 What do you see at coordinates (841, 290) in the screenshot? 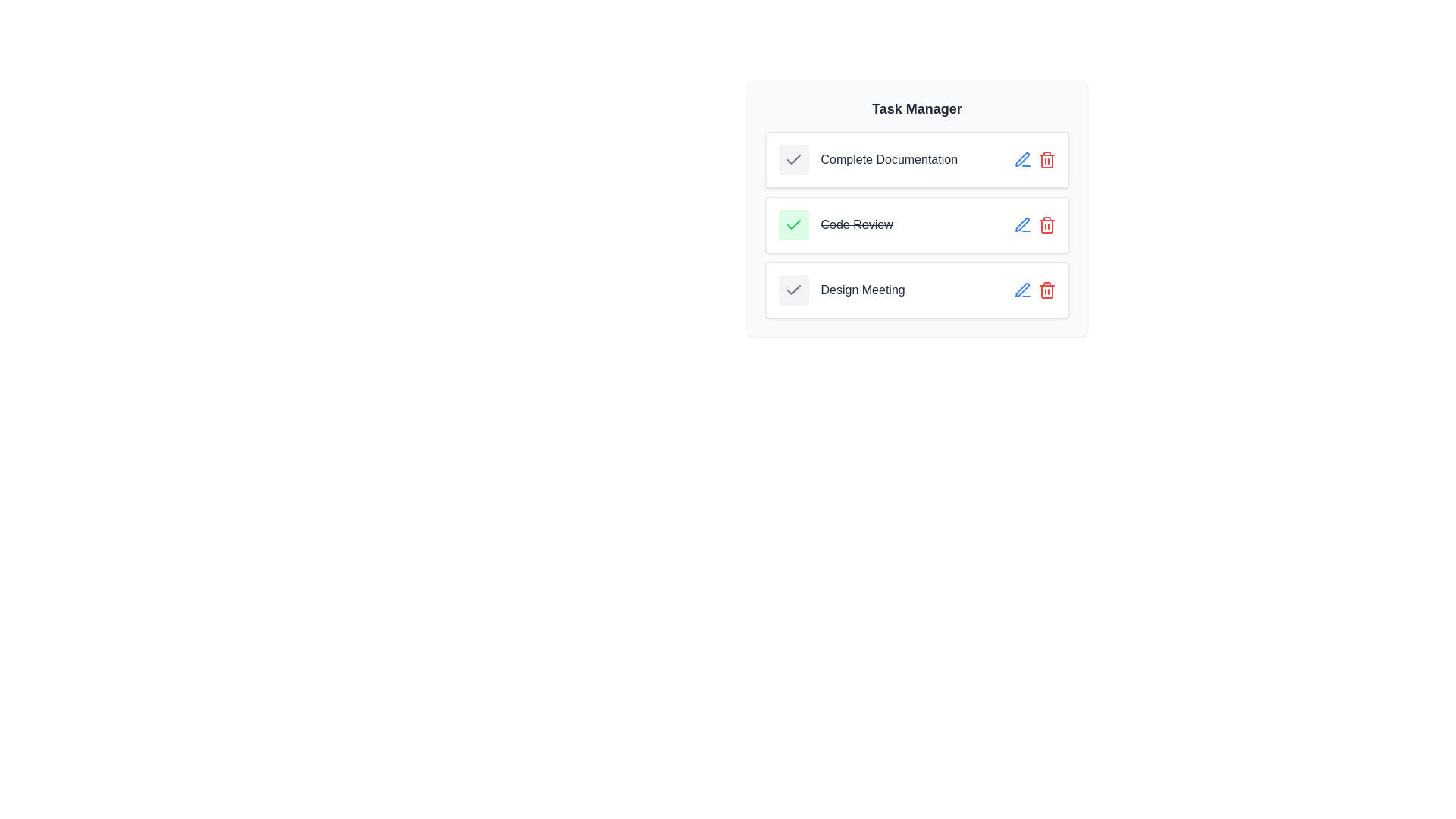
I see `the 'Design Meeting' list item, which includes a checkbox and is the third item under the 'Task Manager' section` at bounding box center [841, 290].